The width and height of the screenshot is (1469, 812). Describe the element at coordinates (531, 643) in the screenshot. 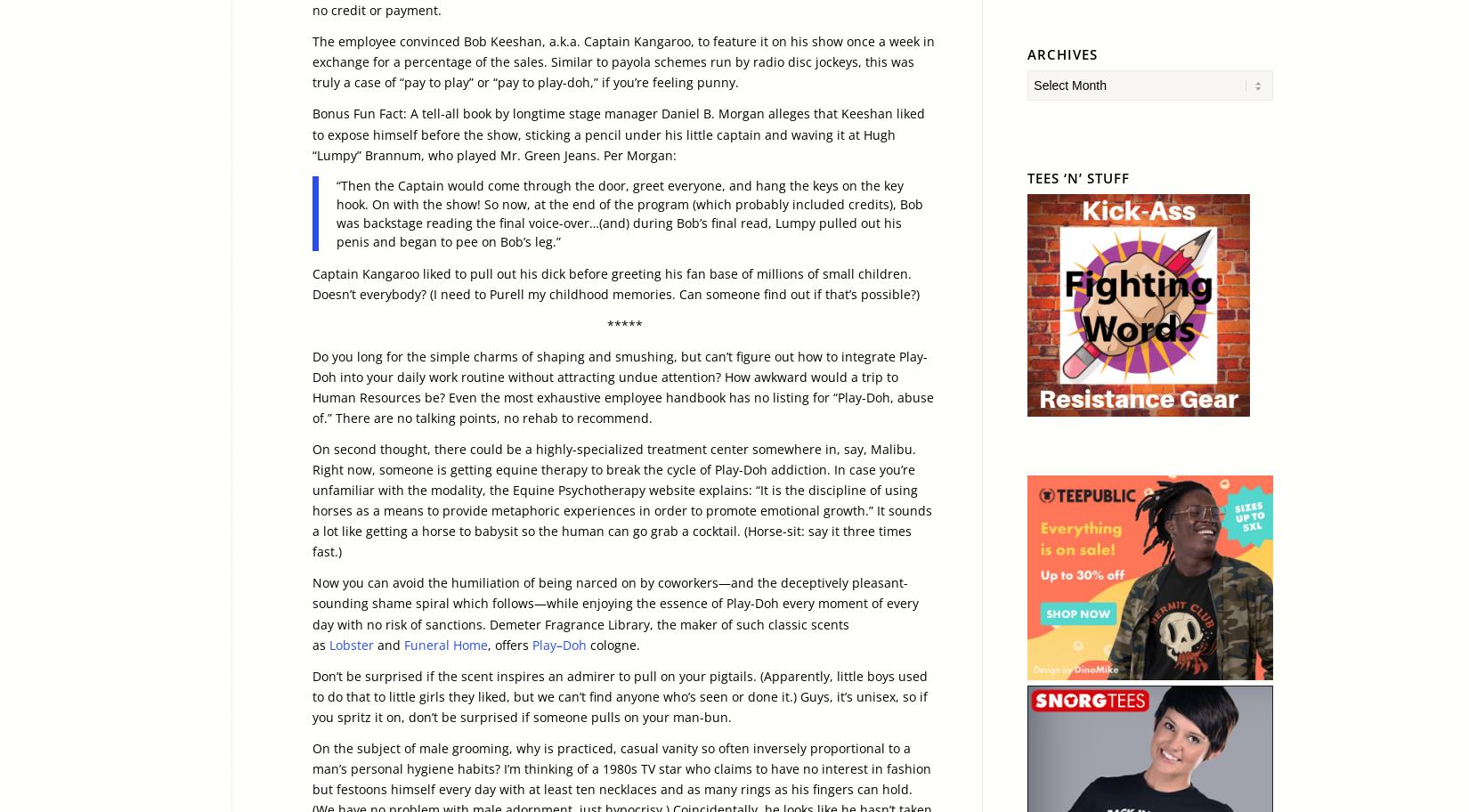

I see `'Play'` at that location.